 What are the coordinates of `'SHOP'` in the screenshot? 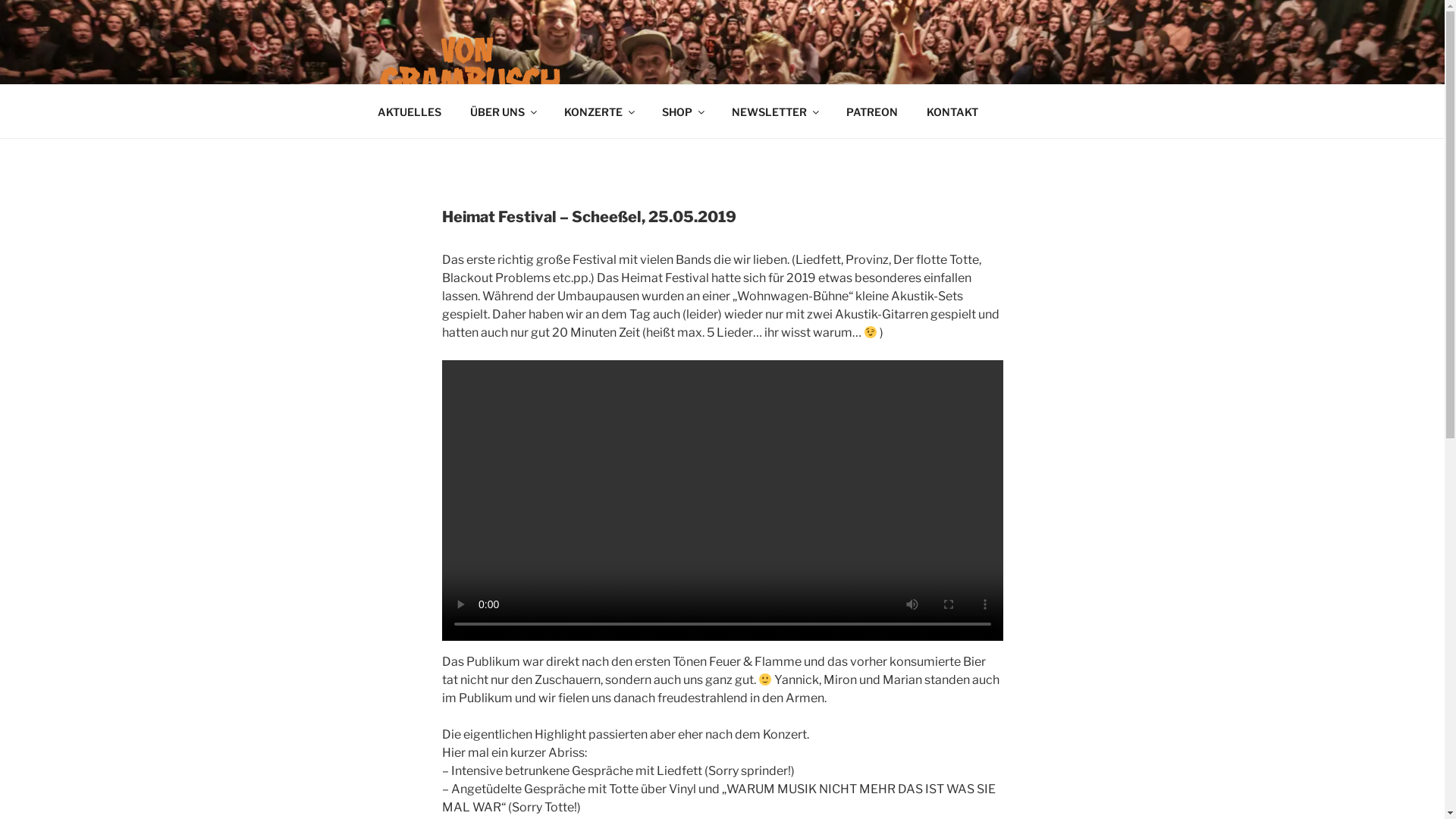 It's located at (648, 110).